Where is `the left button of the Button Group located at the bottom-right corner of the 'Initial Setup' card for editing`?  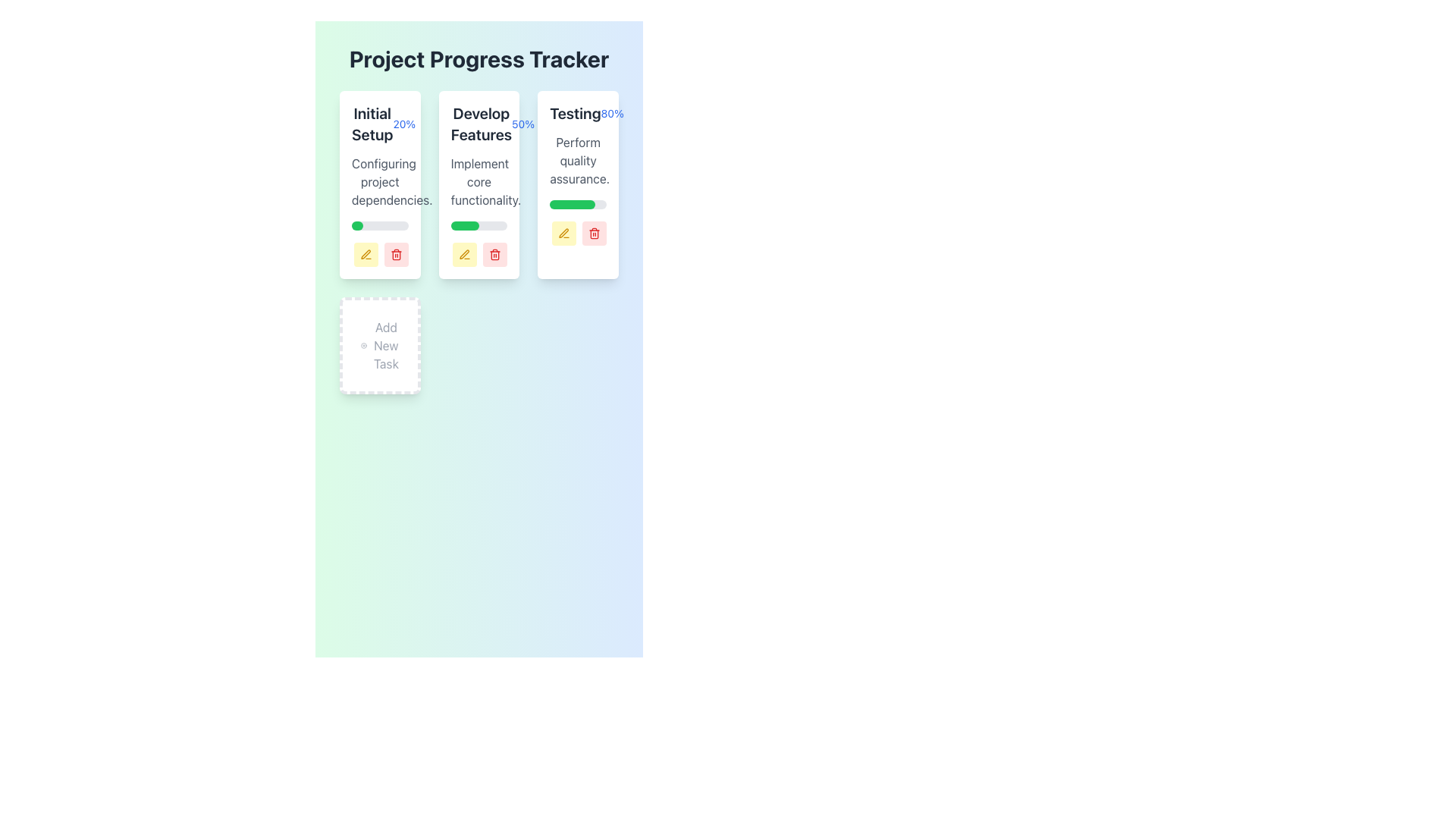 the left button of the Button Group located at the bottom-right corner of the 'Initial Setup' card for editing is located at coordinates (380, 253).